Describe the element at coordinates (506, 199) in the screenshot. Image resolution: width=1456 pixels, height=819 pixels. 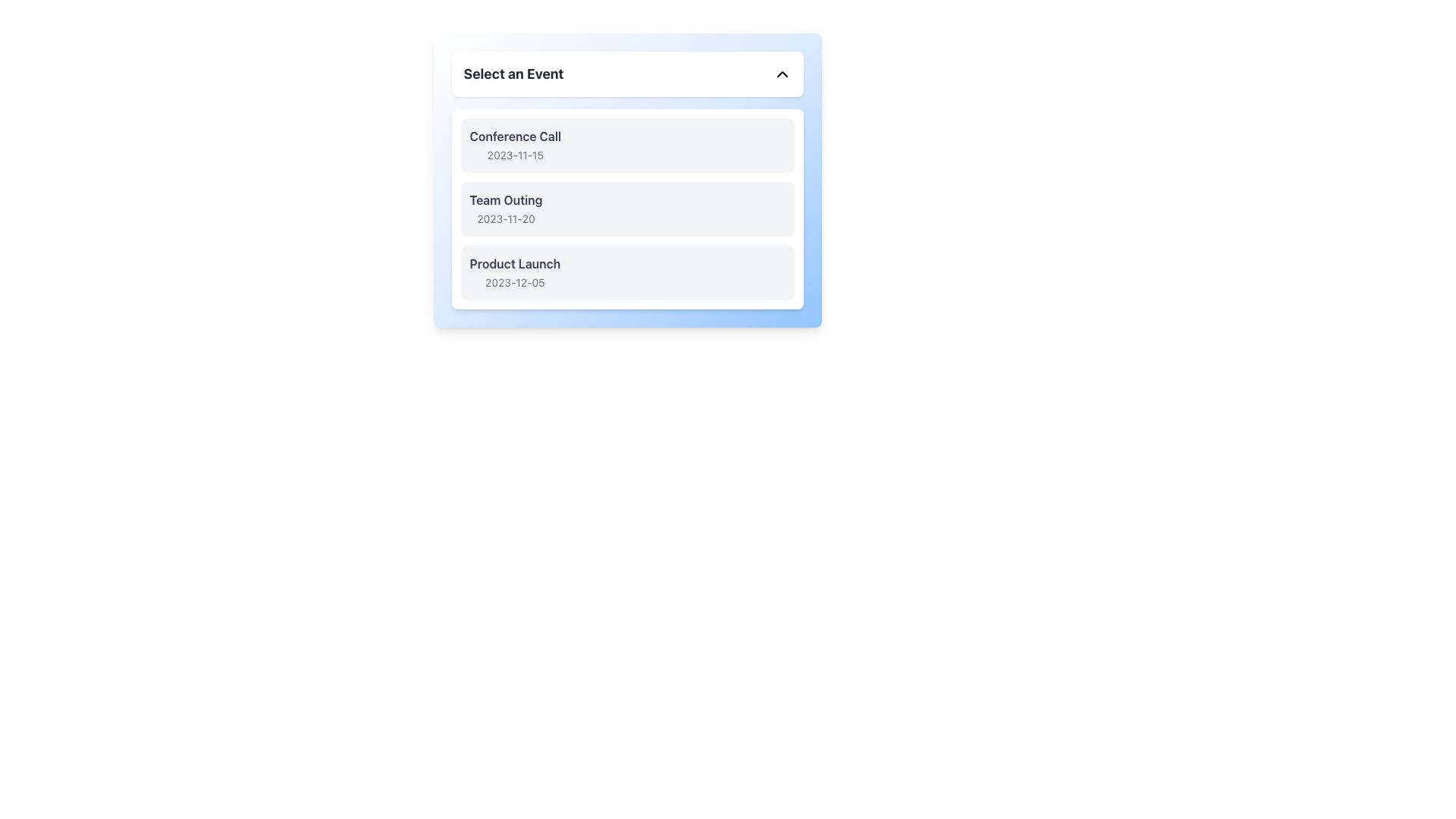
I see `the text label titled 'Team Outing' which is located in the second list item of a dropdown-style list` at that location.